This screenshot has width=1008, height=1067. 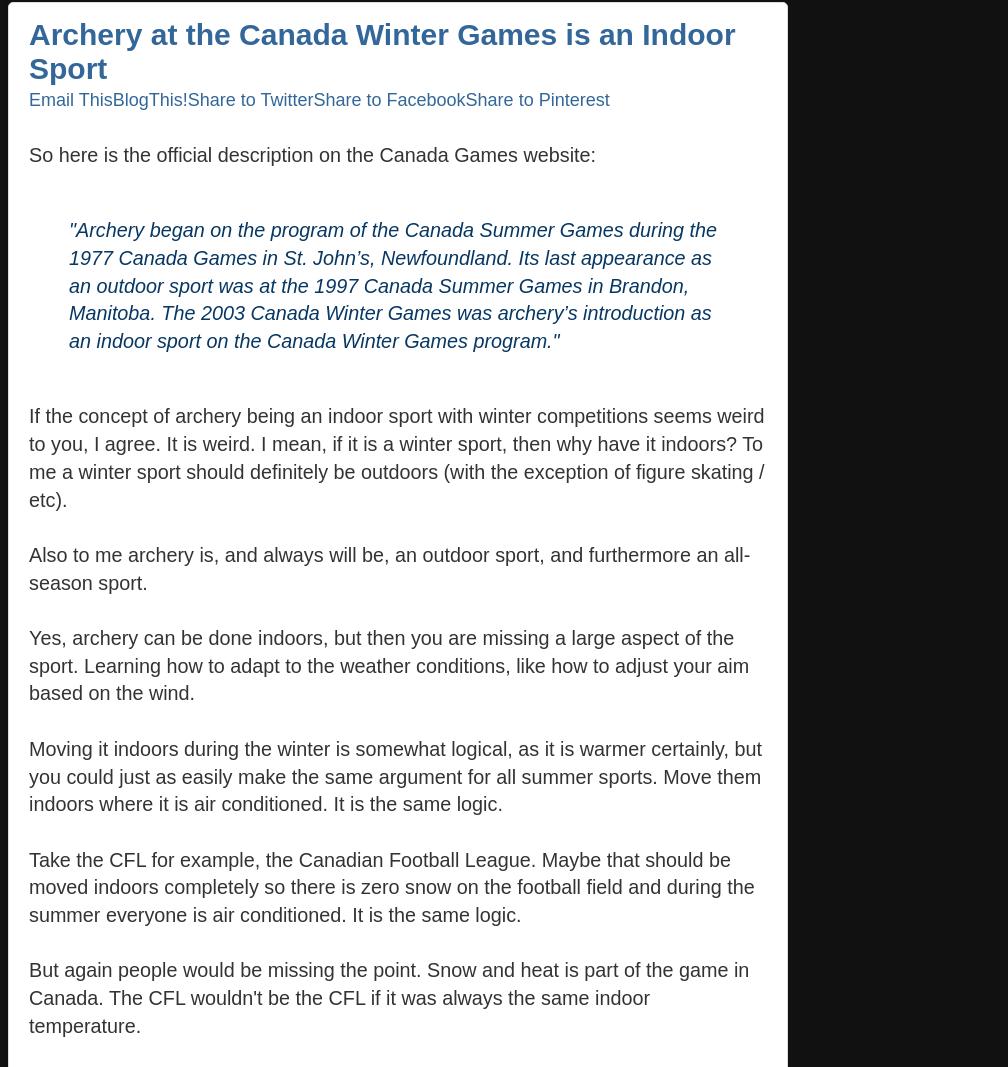 What do you see at coordinates (389, 567) in the screenshot?
I see `'Also to me archery is, and always will be, an outdoor sport, and furthermore an all-season sport.'` at bounding box center [389, 567].